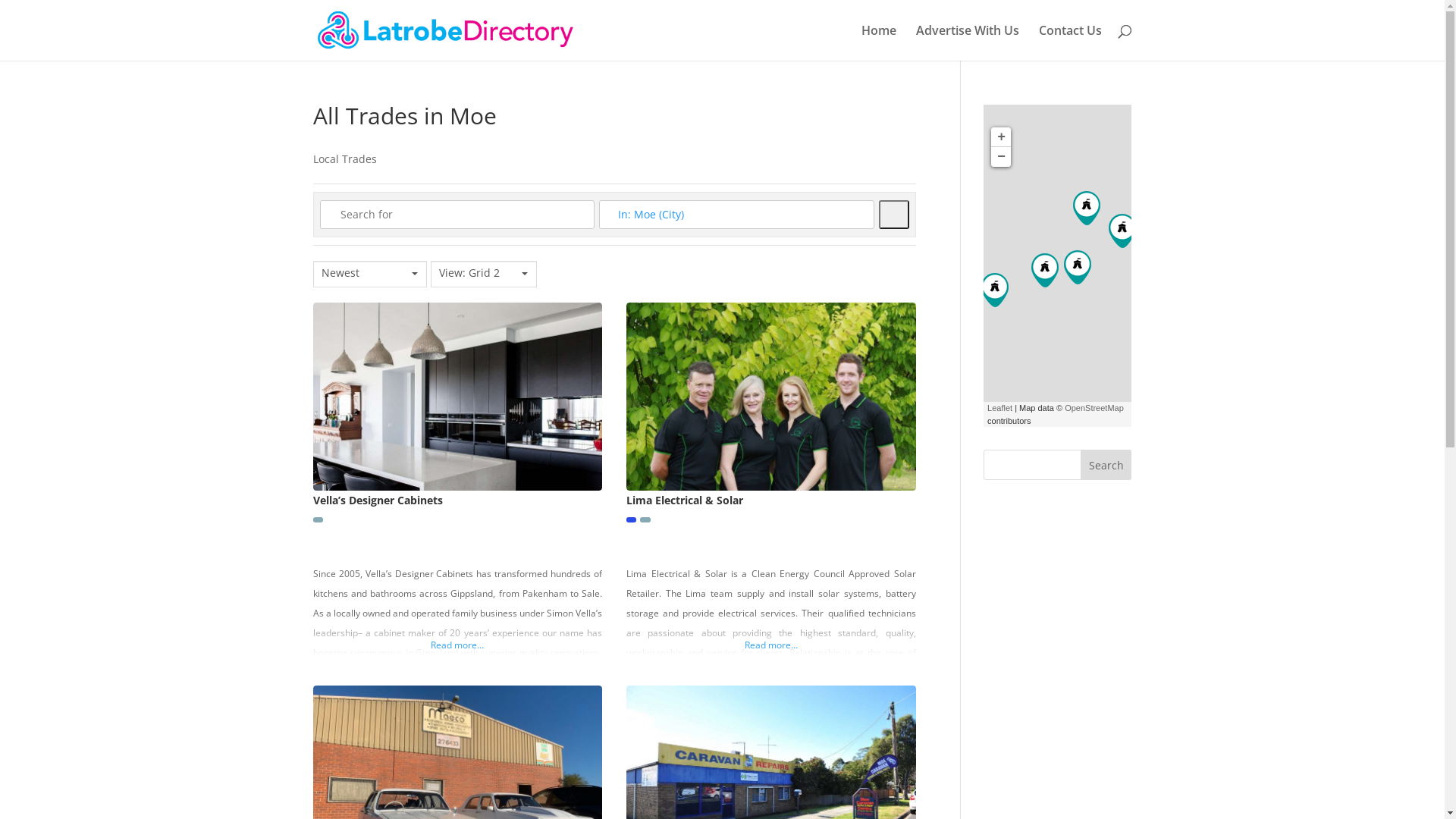 The width and height of the screenshot is (1456, 819). I want to click on 'OpenStreetMap', so click(1094, 406).